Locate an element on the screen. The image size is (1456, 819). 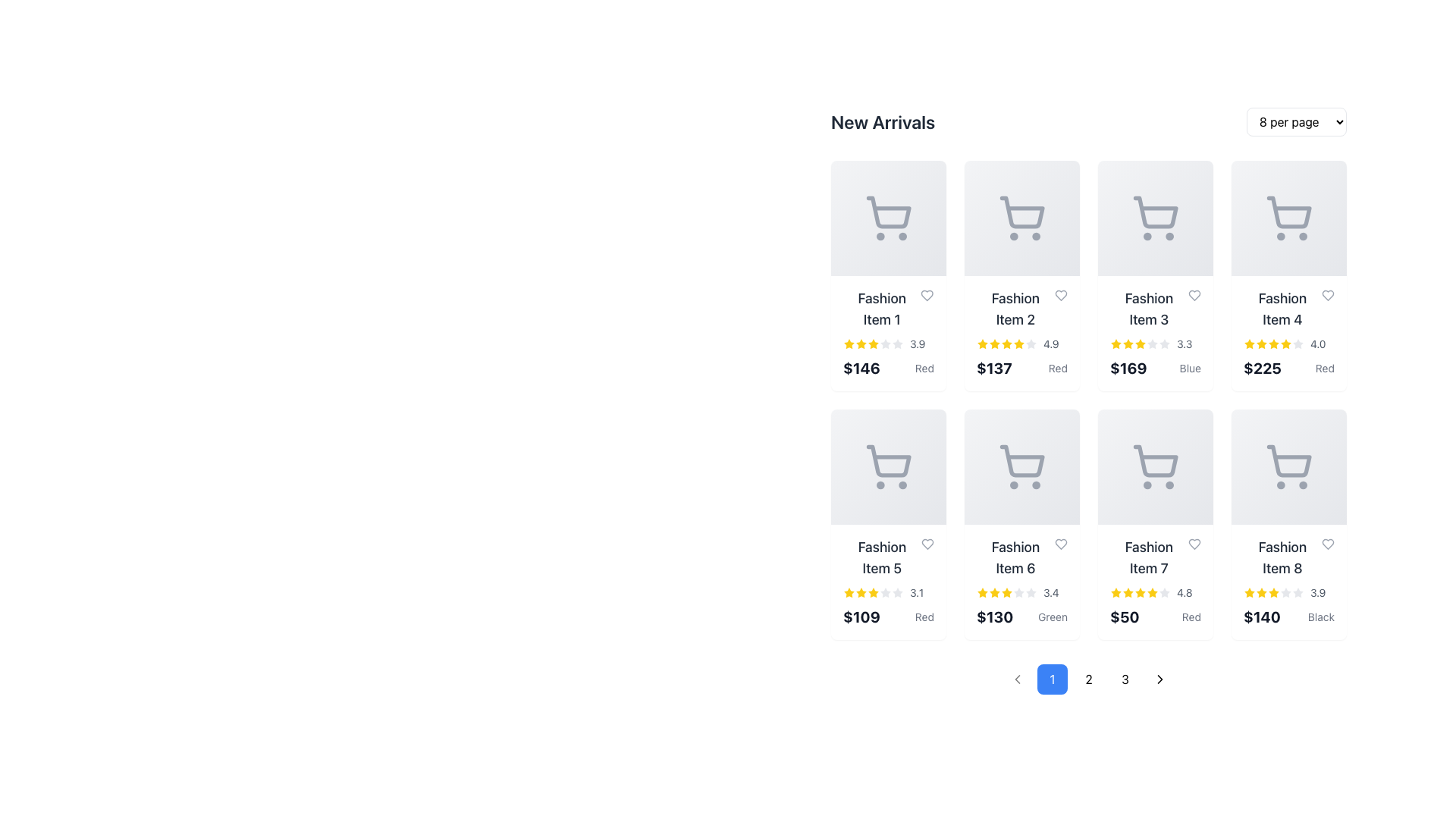
the fourth star rating icon for the product 'Fashion Item 4' in the 'New Arrivals' section is located at coordinates (1285, 344).